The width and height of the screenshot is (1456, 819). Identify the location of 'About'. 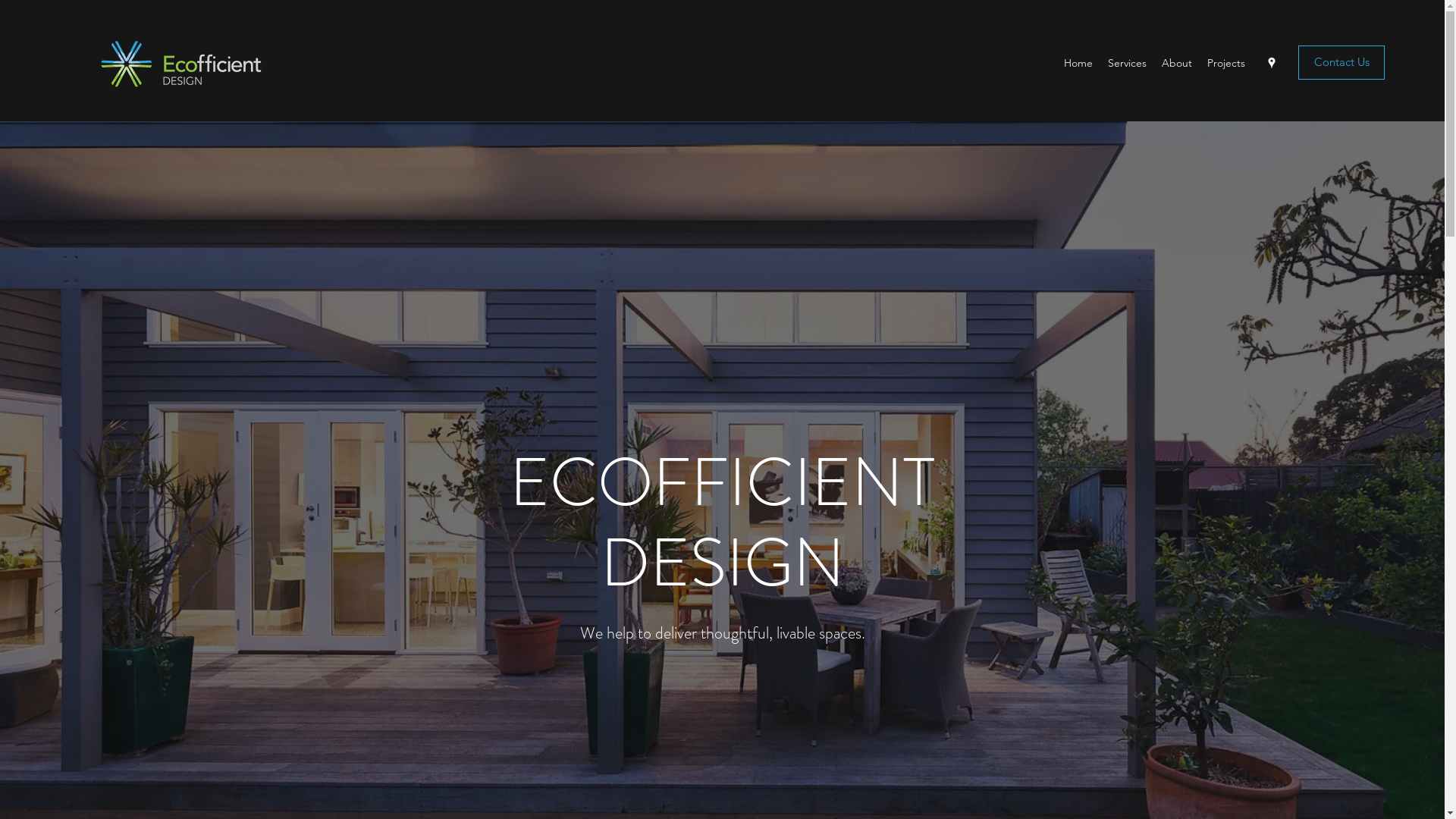
(1175, 62).